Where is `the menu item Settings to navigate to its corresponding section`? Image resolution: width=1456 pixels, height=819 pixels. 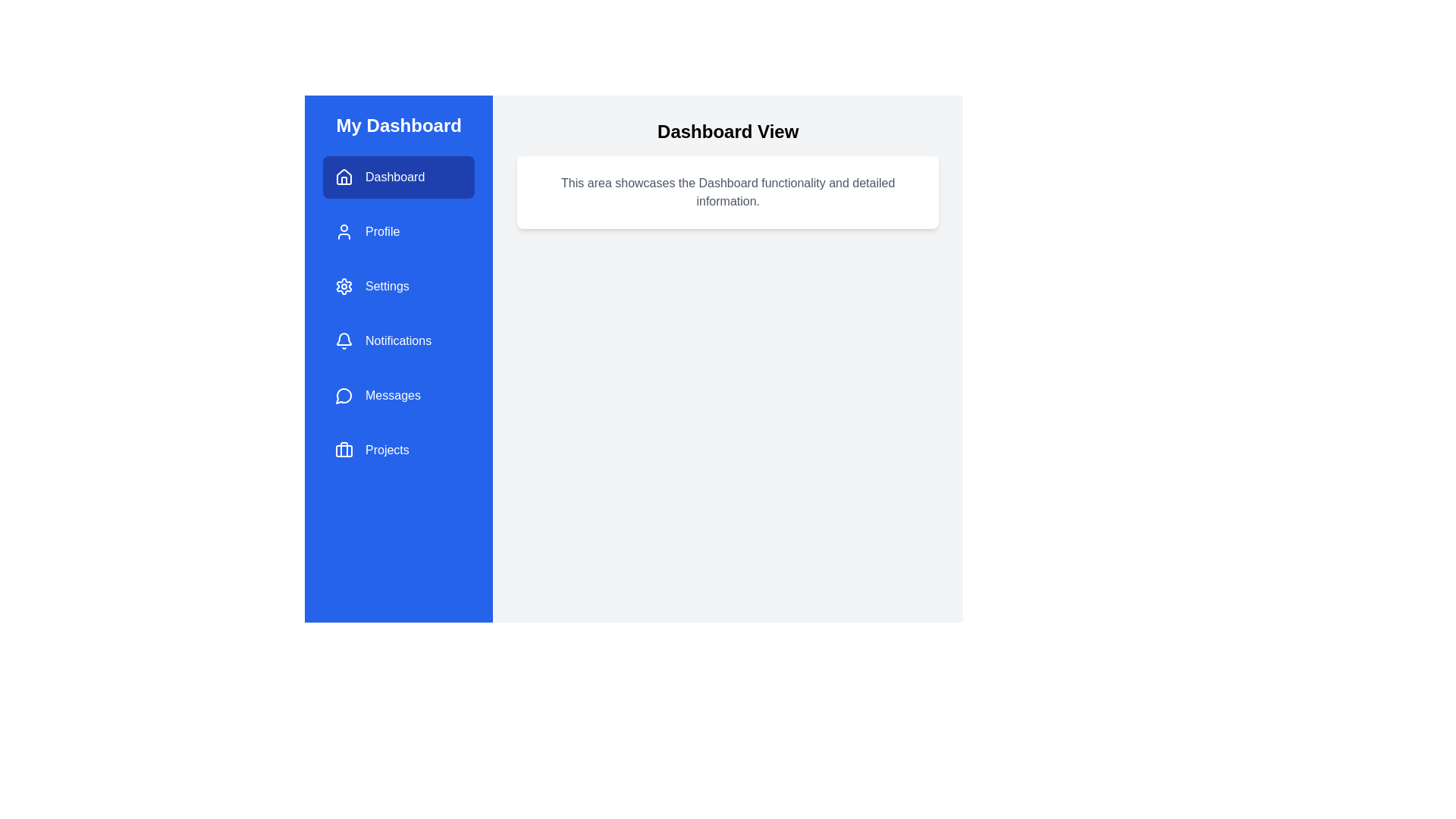
the menu item Settings to navigate to its corresponding section is located at coordinates (399, 287).